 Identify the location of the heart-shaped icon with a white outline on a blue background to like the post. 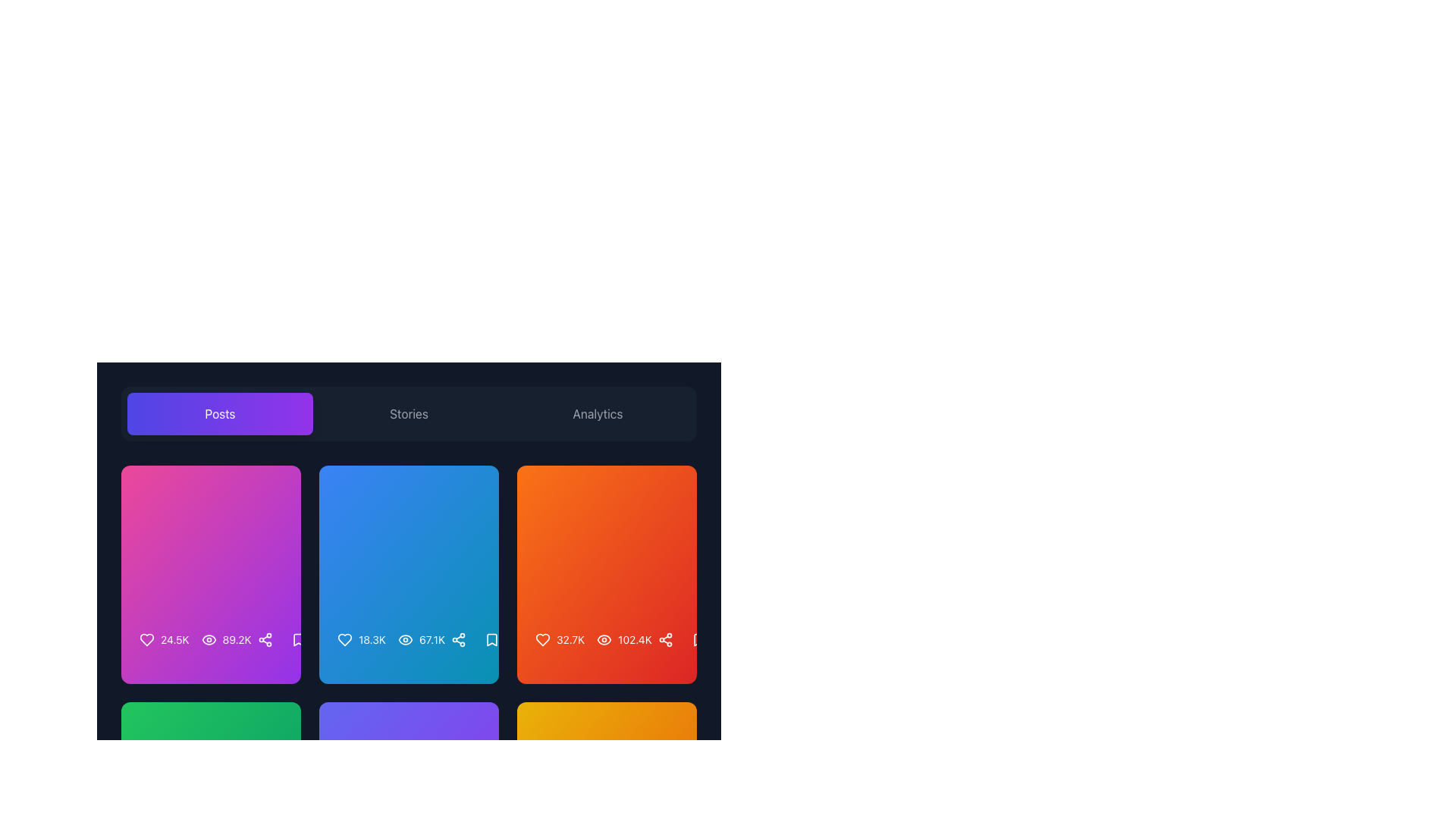
(344, 640).